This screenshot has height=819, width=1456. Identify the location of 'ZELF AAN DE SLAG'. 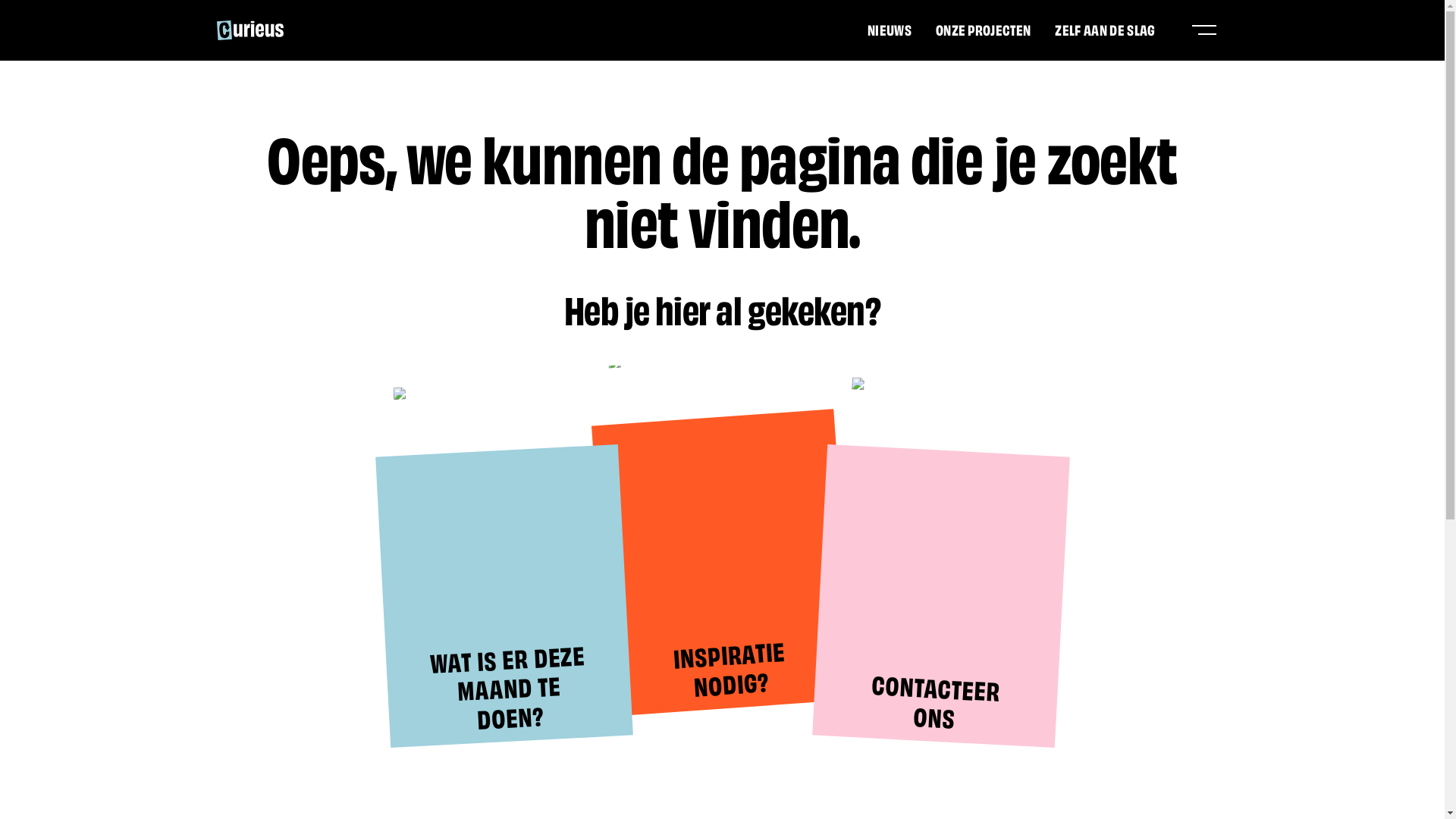
(1105, 29).